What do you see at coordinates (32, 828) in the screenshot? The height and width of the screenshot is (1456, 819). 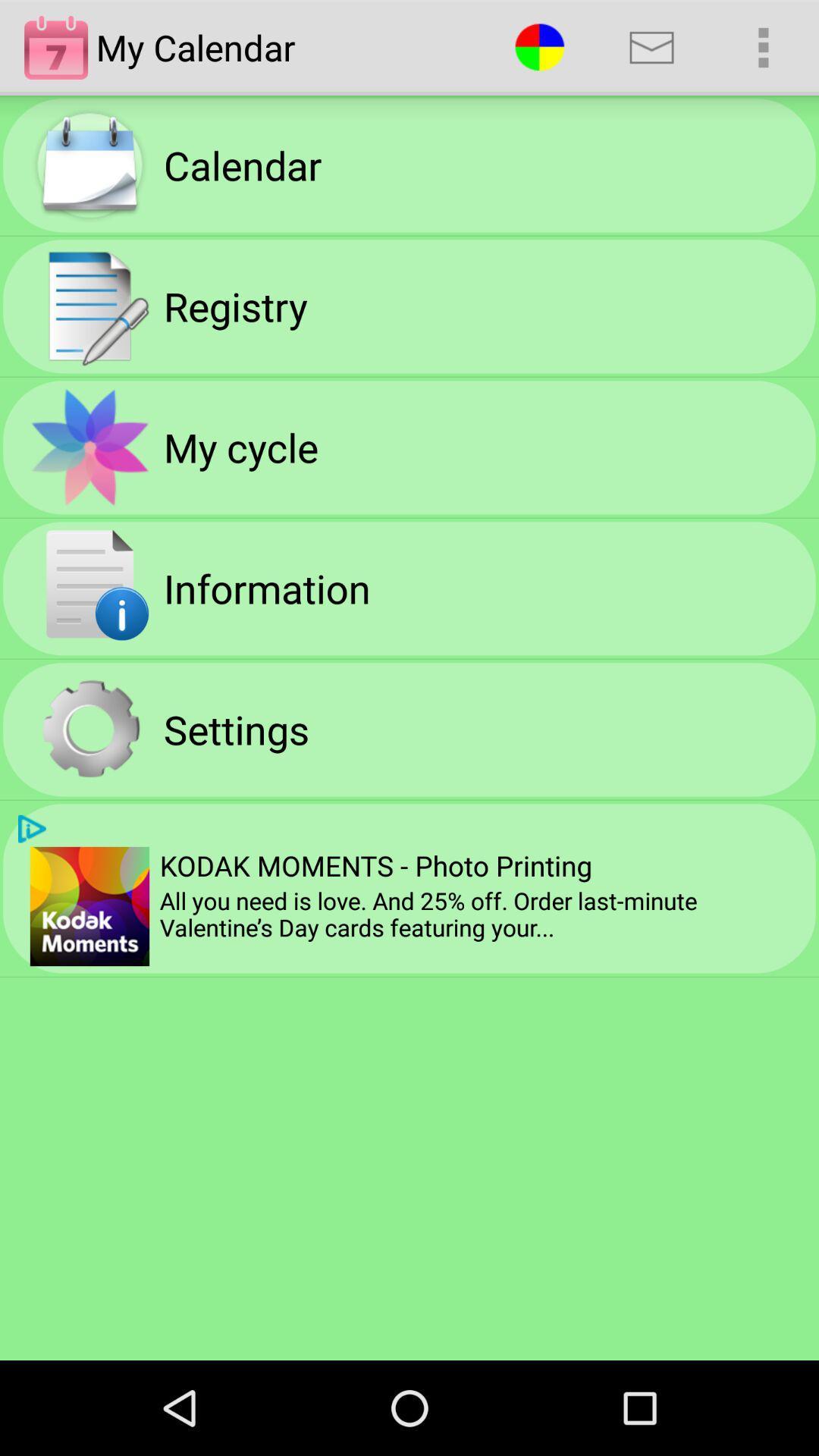 I see `icon to the left of kodak moments photo app` at bounding box center [32, 828].